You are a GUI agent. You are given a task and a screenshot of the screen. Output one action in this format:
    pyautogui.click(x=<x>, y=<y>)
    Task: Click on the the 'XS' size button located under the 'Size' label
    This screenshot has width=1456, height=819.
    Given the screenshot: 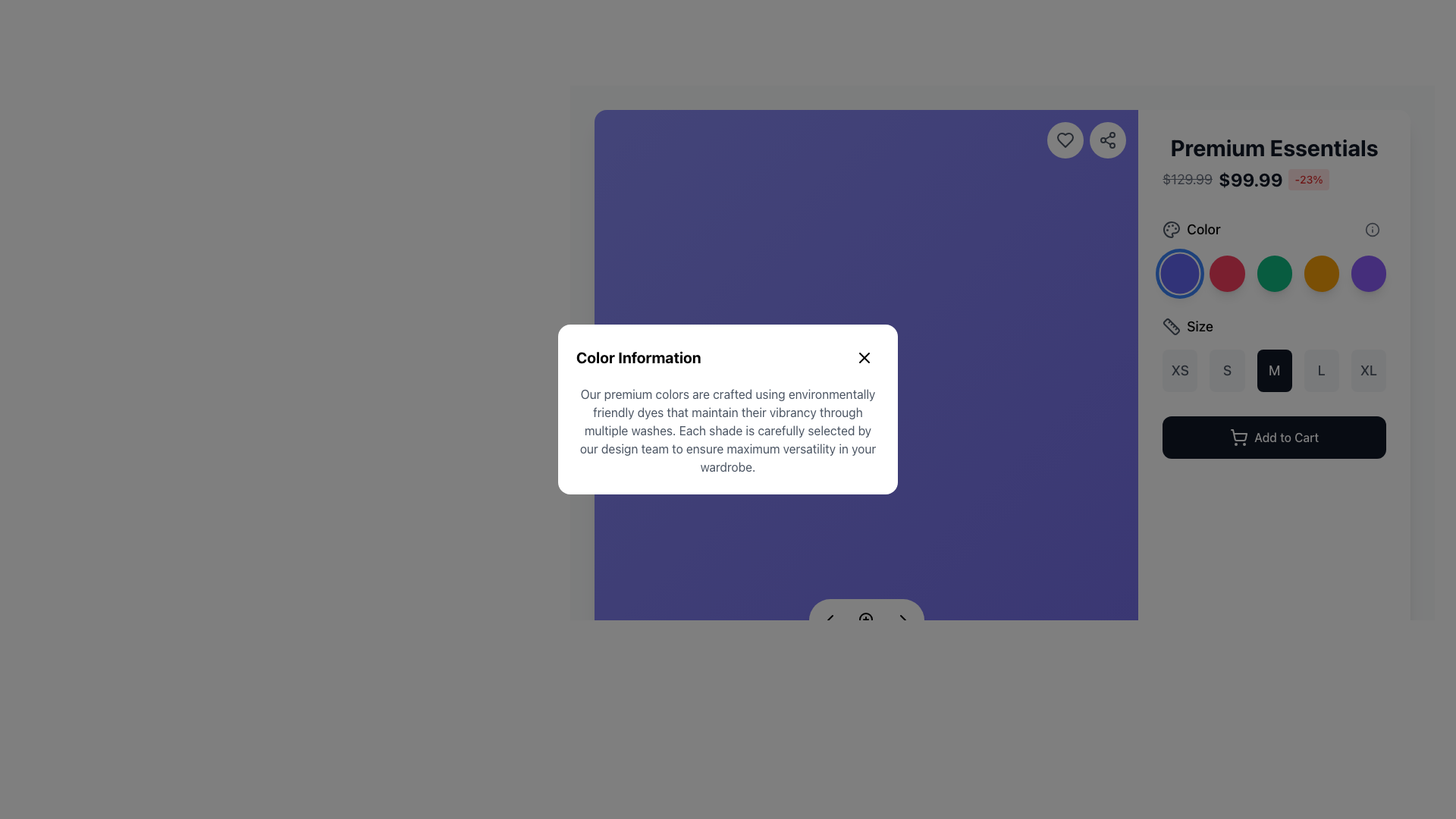 What is the action you would take?
    pyautogui.click(x=1179, y=371)
    